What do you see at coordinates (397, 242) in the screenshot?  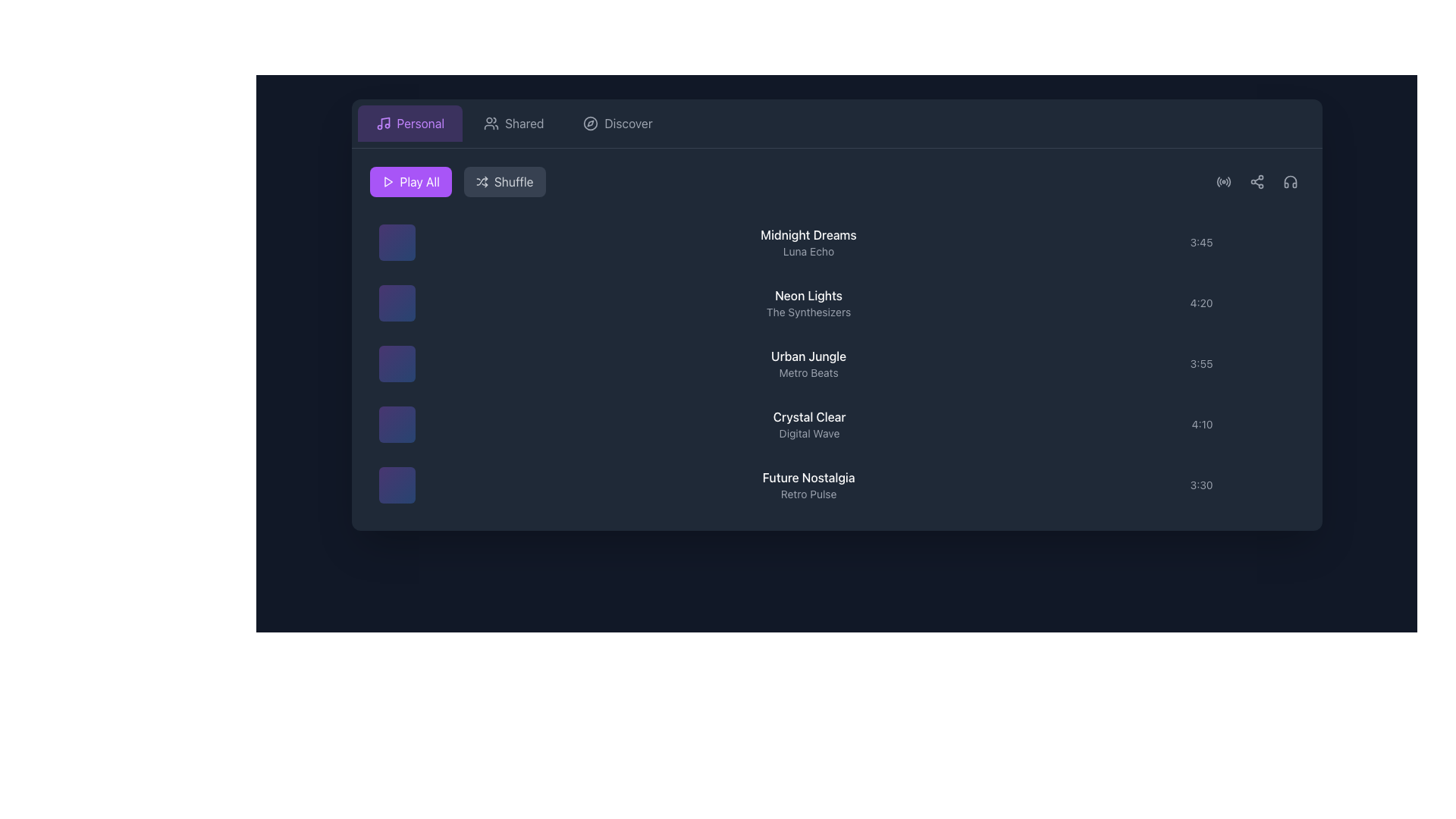 I see `the Thumbnail with an embedded play button located next to 'Midnight Dreams' and 'Luna Echo', which serves as a visual representation of media content` at bounding box center [397, 242].